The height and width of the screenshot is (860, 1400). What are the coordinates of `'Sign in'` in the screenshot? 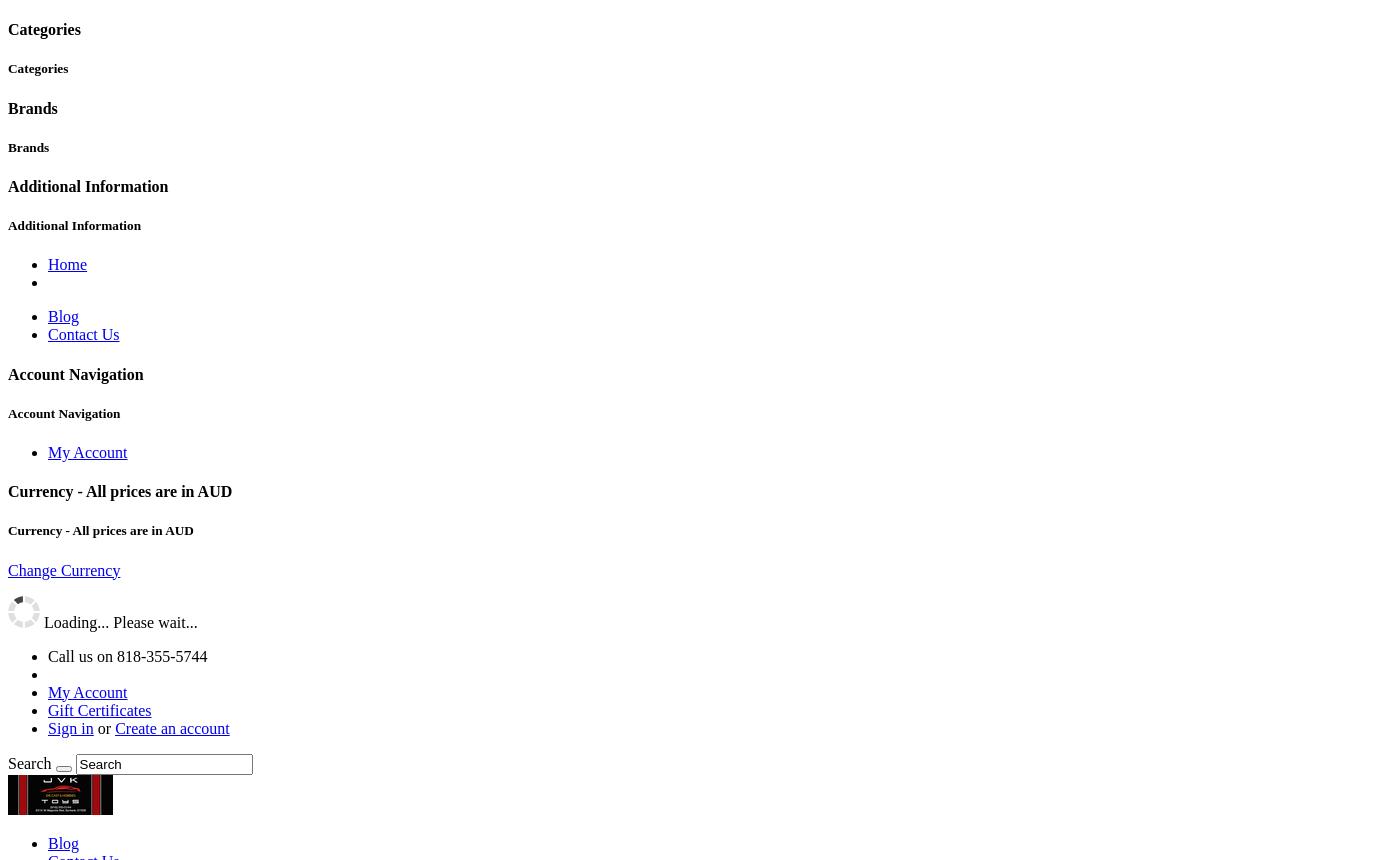 It's located at (70, 726).